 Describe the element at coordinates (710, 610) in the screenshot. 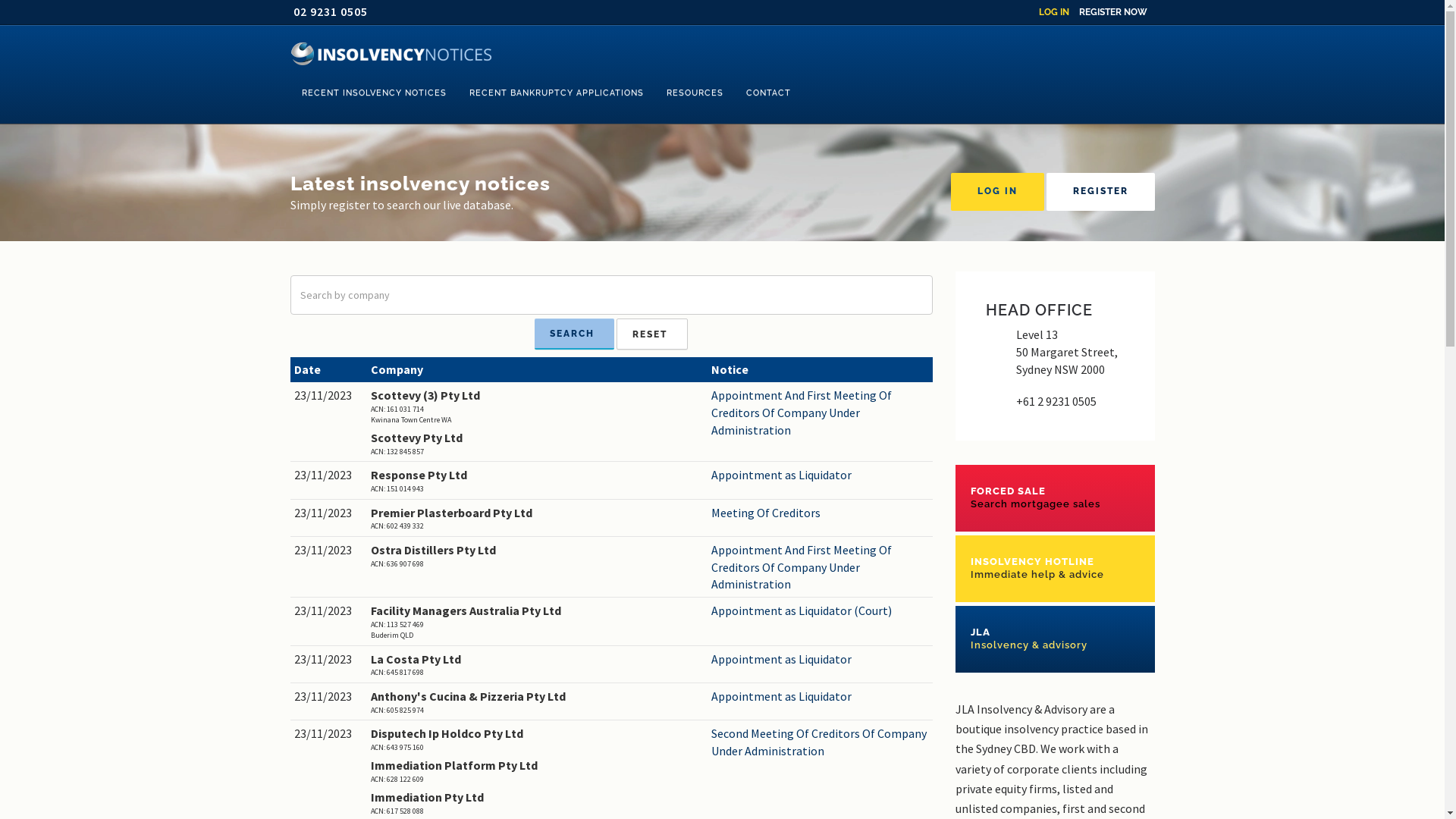

I see `'Appointment as Liquidator (Court)'` at that location.